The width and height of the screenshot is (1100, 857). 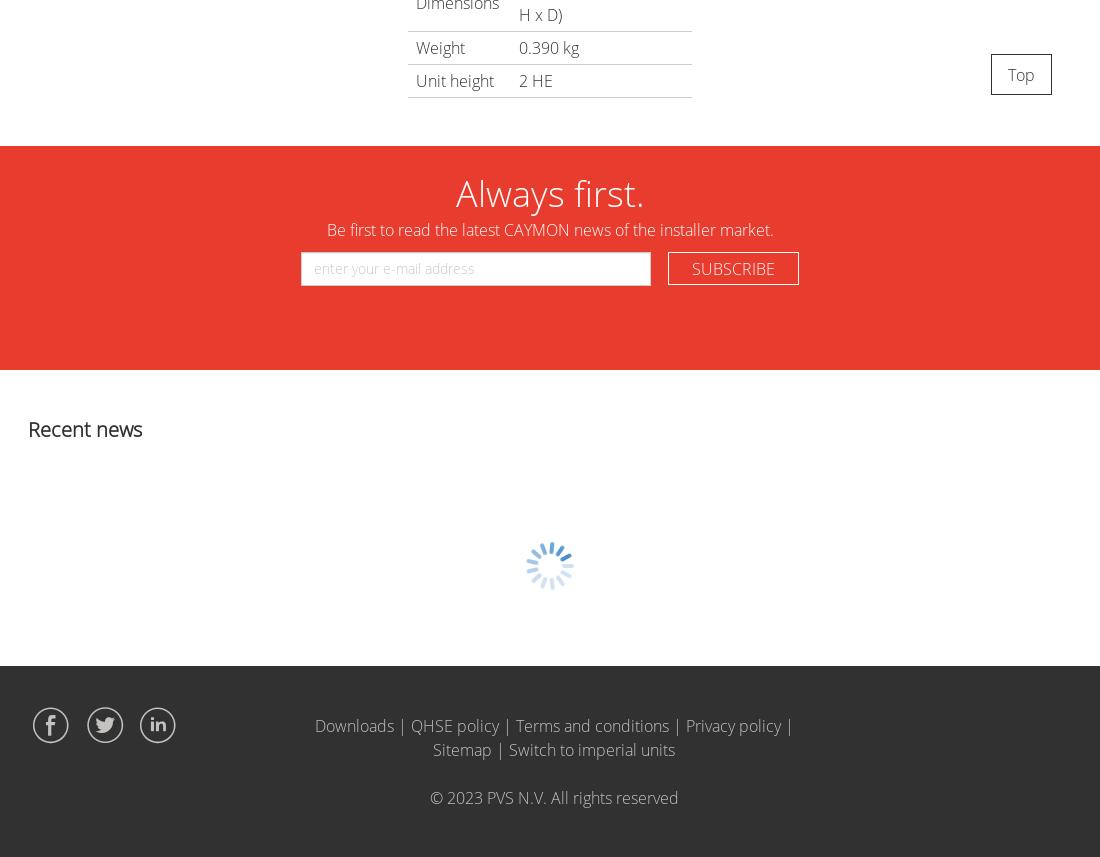 What do you see at coordinates (409, 725) in the screenshot?
I see `'QHSE policy'` at bounding box center [409, 725].